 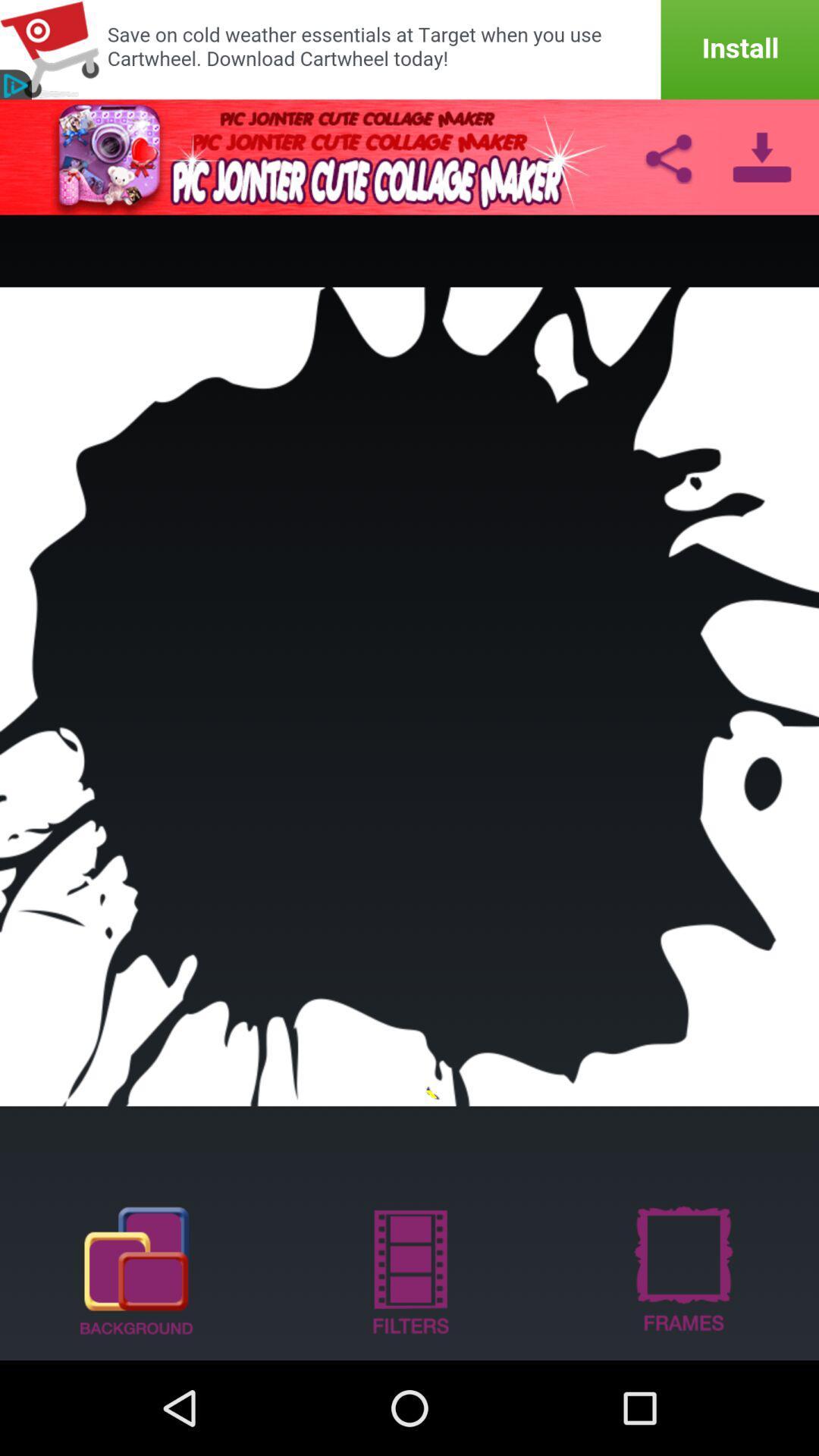 What do you see at coordinates (136, 1269) in the screenshot?
I see `to add more images` at bounding box center [136, 1269].